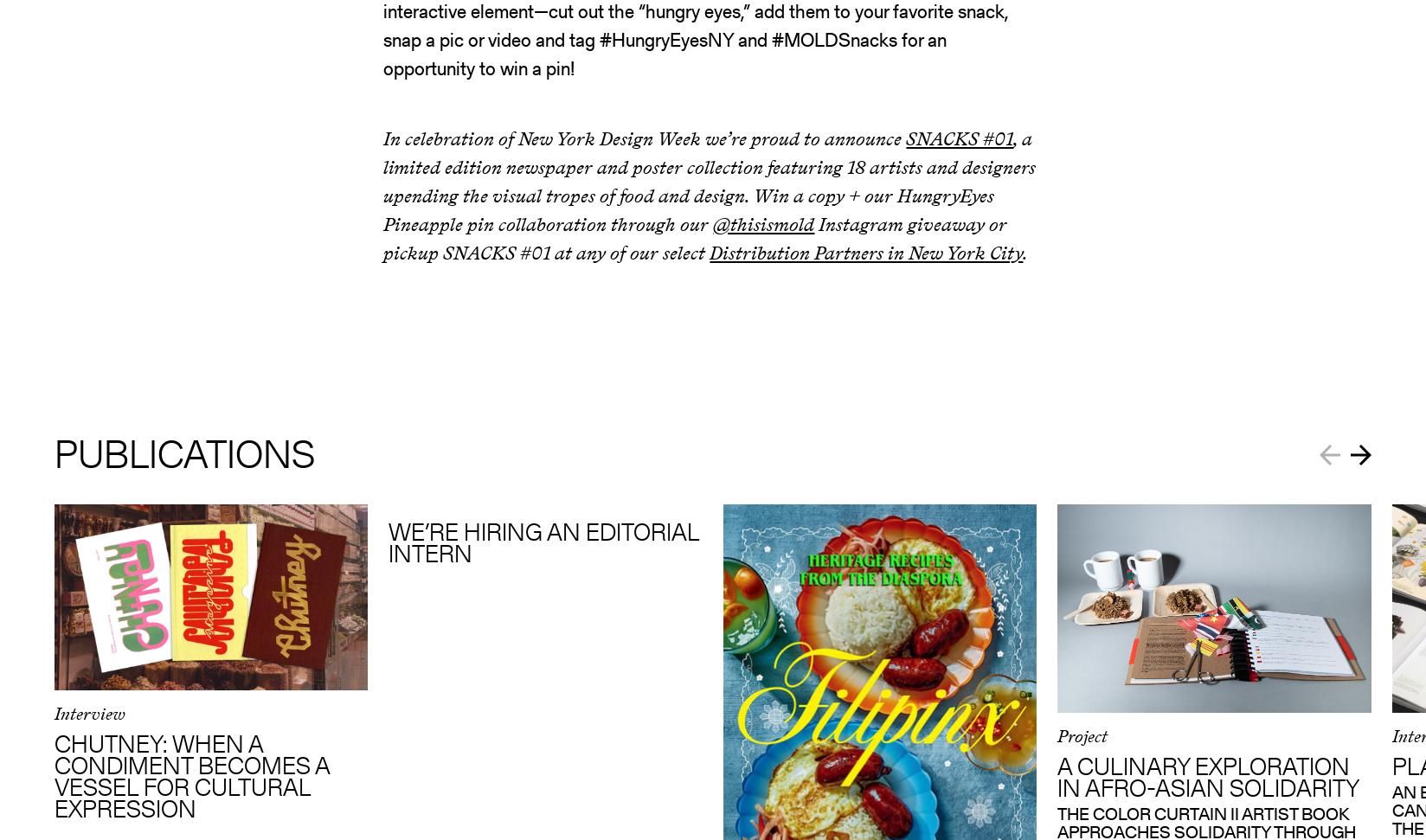  I want to click on 'We’re Hiring an Editorial Intern', so click(389, 541).